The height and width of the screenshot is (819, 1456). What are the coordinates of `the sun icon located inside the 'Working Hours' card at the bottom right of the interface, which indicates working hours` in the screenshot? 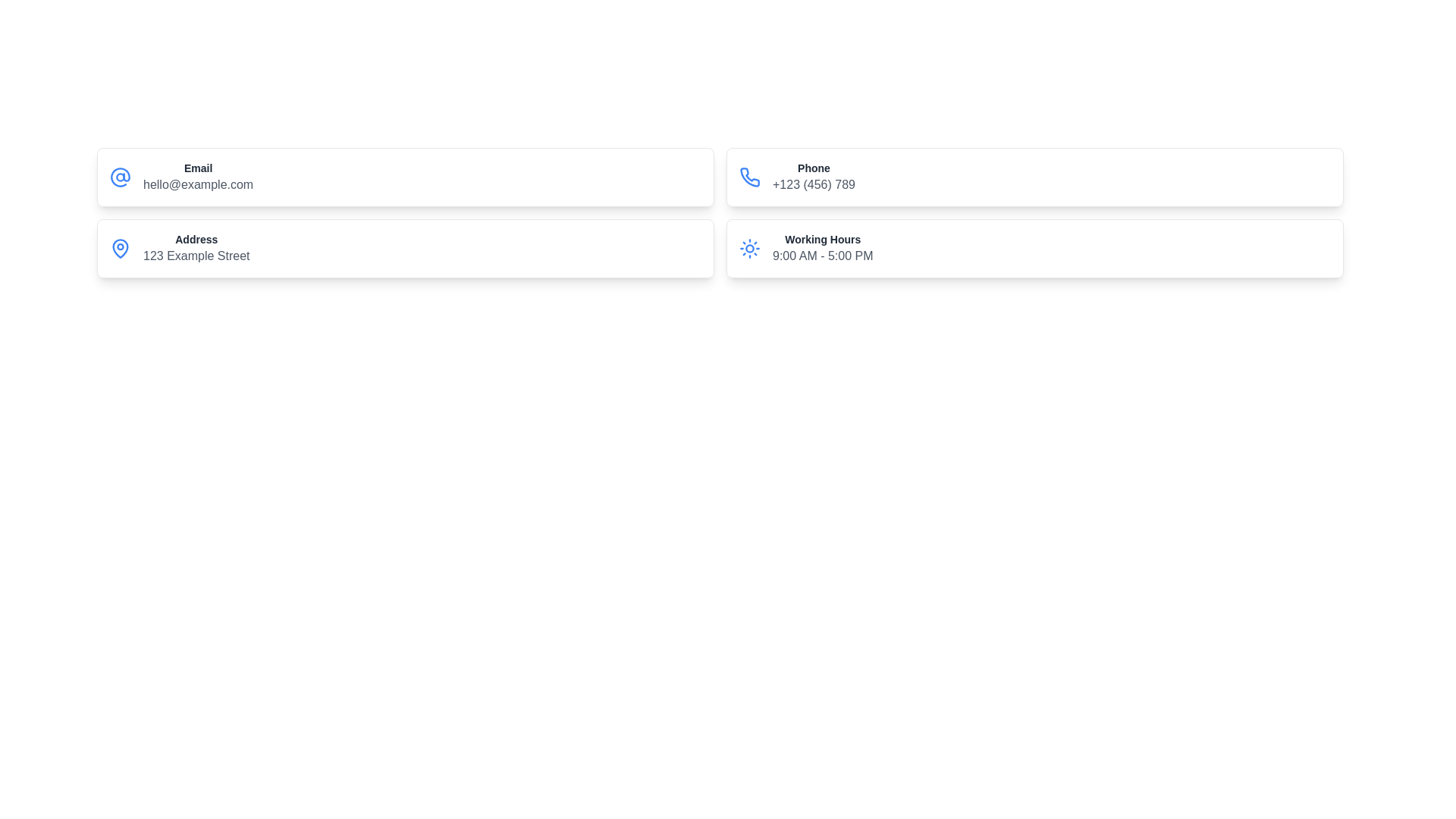 It's located at (749, 247).